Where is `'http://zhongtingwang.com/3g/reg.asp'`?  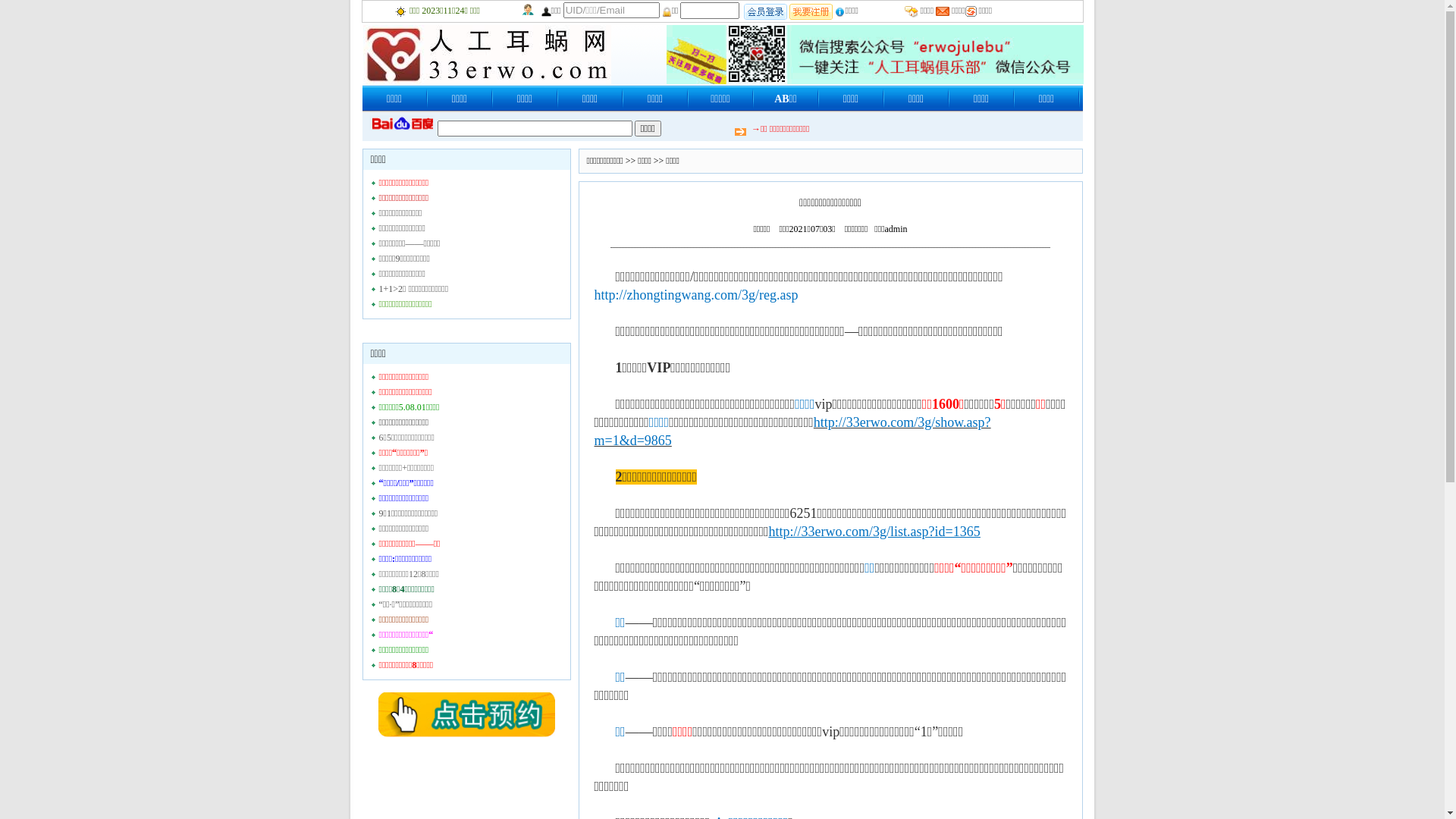 'http://zhongtingwang.com/3g/reg.asp' is located at coordinates (695, 294).